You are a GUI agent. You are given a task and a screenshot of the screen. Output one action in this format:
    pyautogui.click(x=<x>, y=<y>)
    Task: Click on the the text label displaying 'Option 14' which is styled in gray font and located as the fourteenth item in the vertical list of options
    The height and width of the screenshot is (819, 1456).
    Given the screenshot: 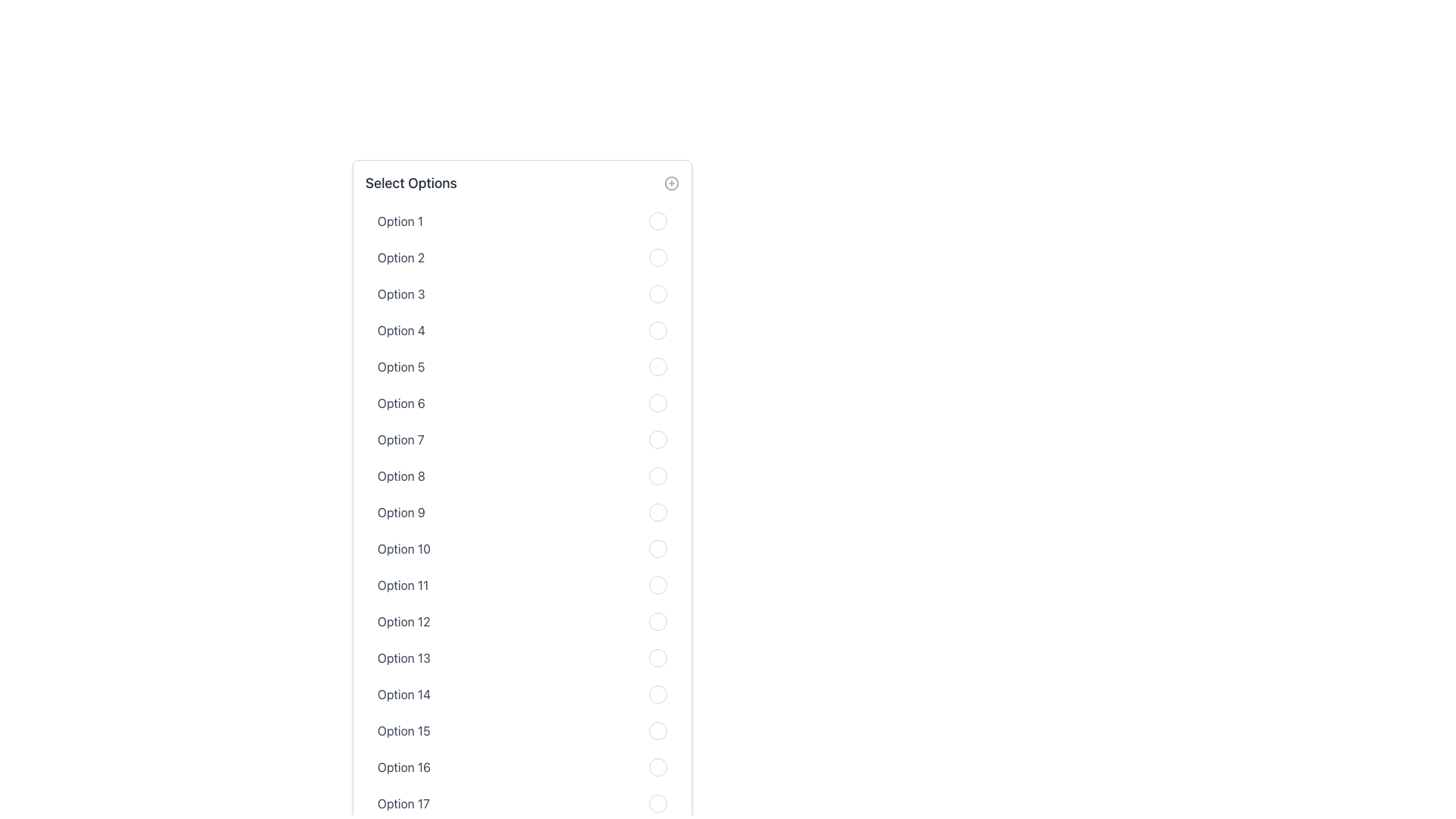 What is the action you would take?
    pyautogui.click(x=403, y=694)
    